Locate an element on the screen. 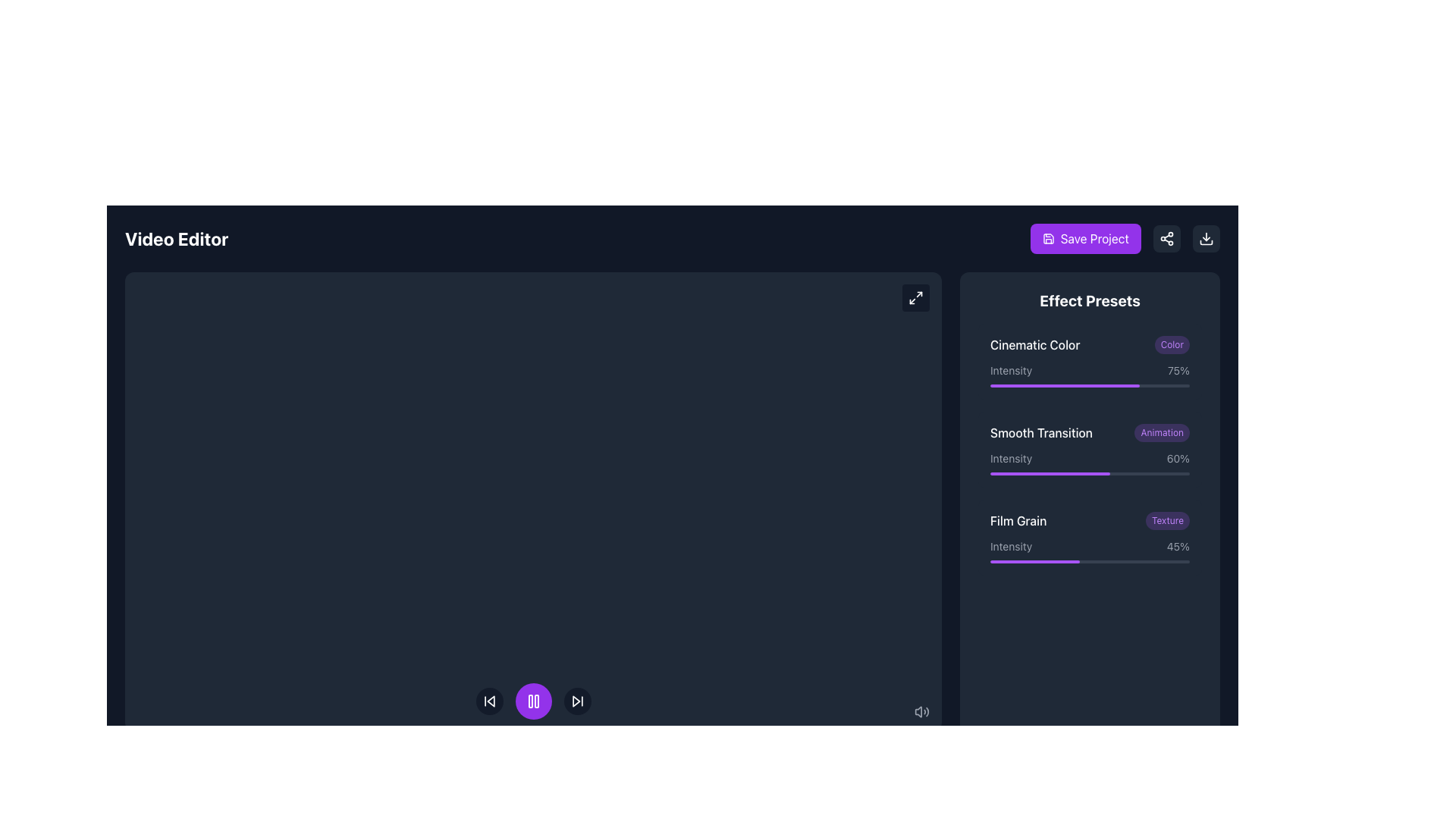 This screenshot has width=1456, height=819. Cinematic Color Intensity is located at coordinates (1041, 385).